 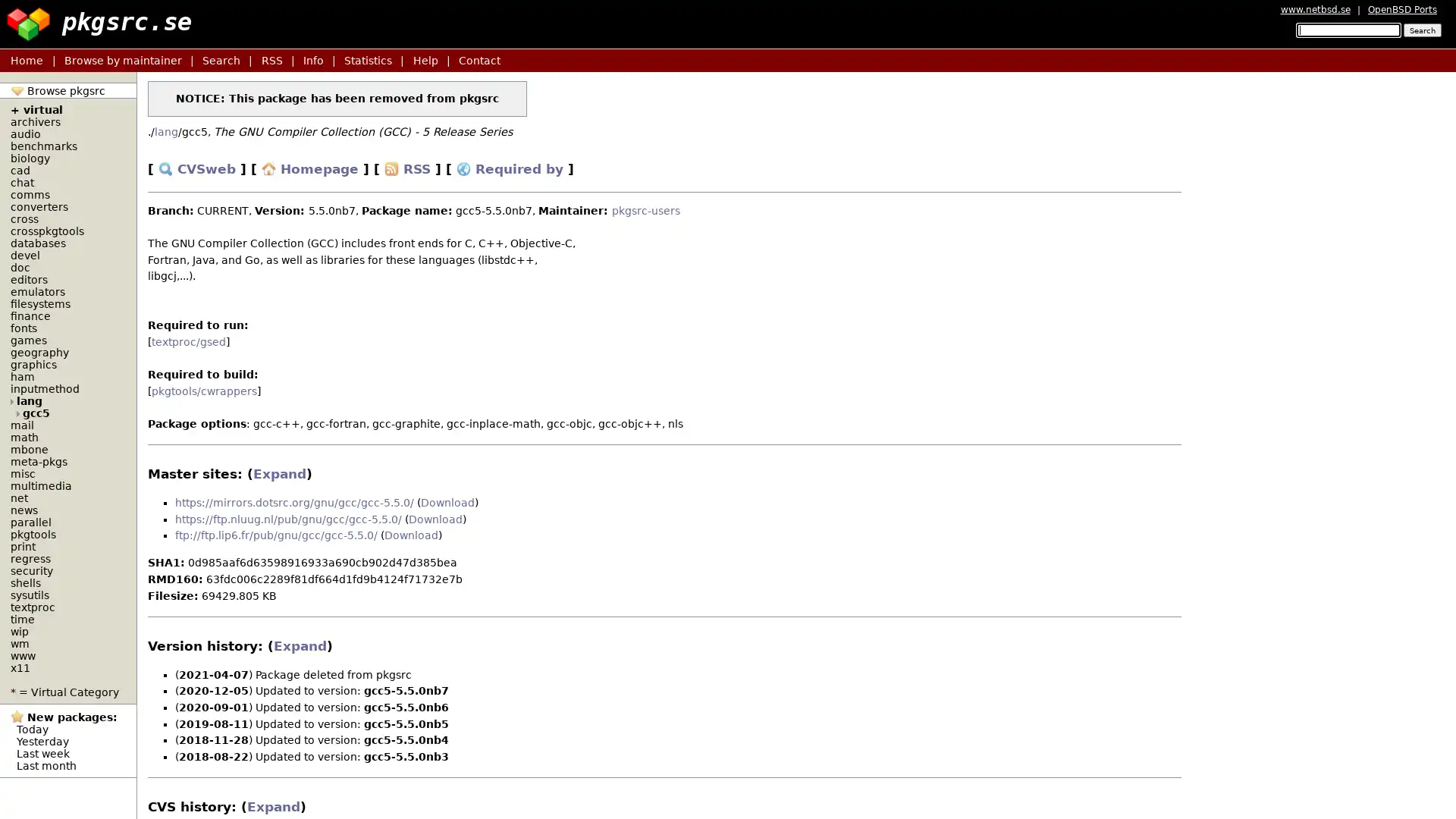 What do you see at coordinates (1421, 30) in the screenshot?
I see `Search` at bounding box center [1421, 30].